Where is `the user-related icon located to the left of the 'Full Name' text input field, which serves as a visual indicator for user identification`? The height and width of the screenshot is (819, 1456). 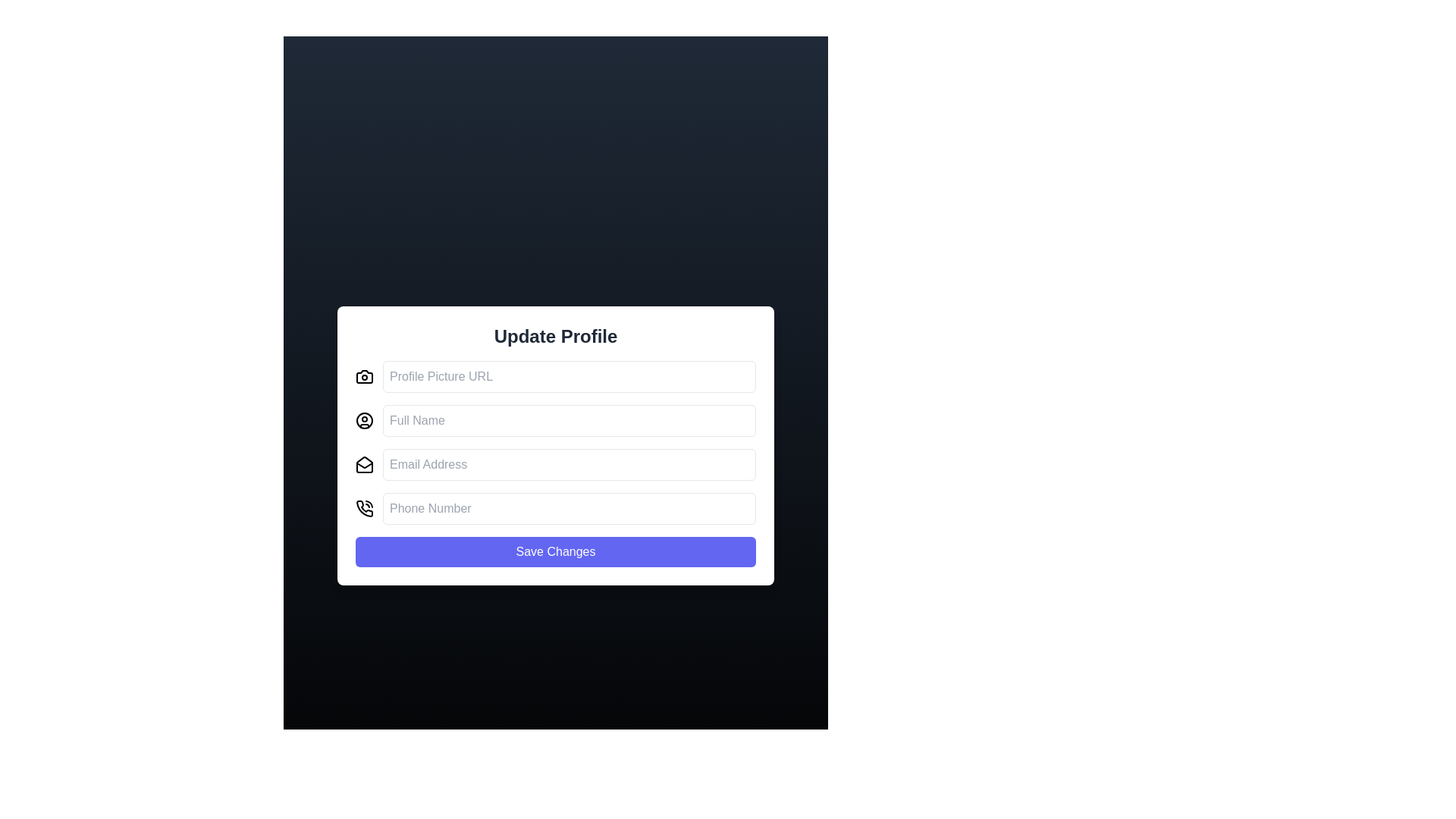 the user-related icon located to the left of the 'Full Name' text input field, which serves as a visual indicator for user identification is located at coordinates (364, 421).